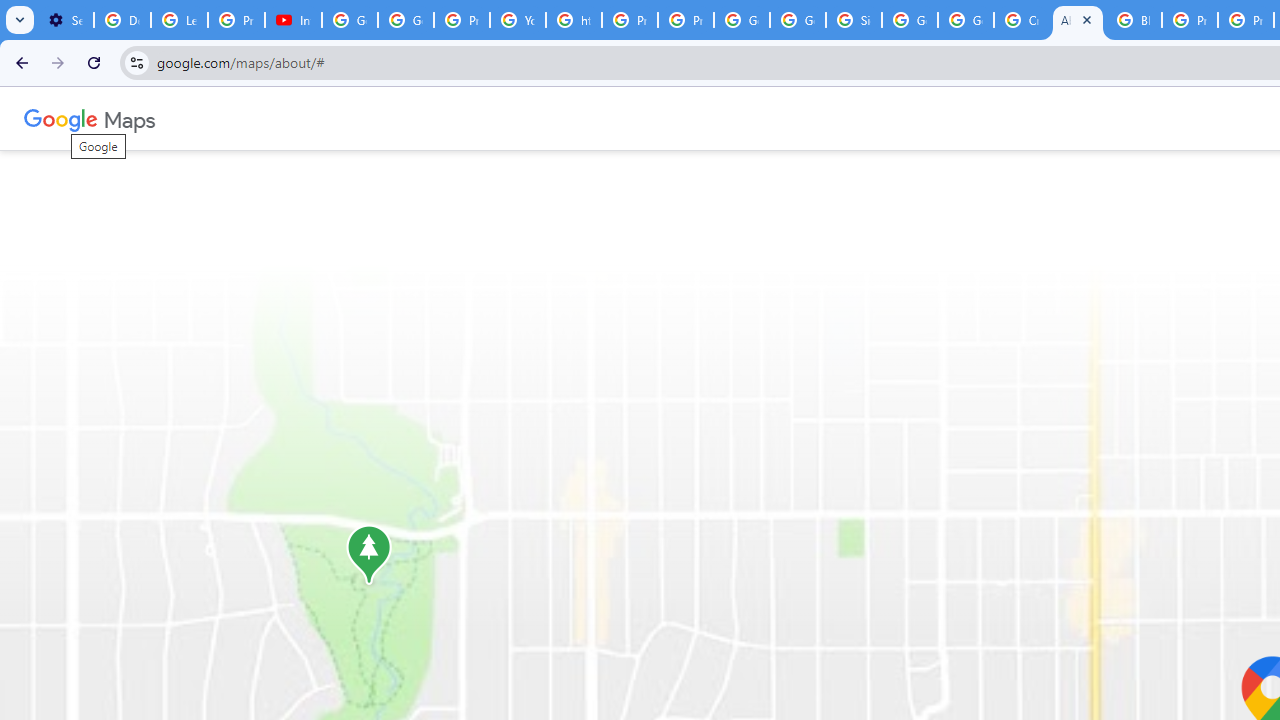 Image resolution: width=1280 pixels, height=720 pixels. I want to click on 'Settings - Customize profile', so click(65, 20).